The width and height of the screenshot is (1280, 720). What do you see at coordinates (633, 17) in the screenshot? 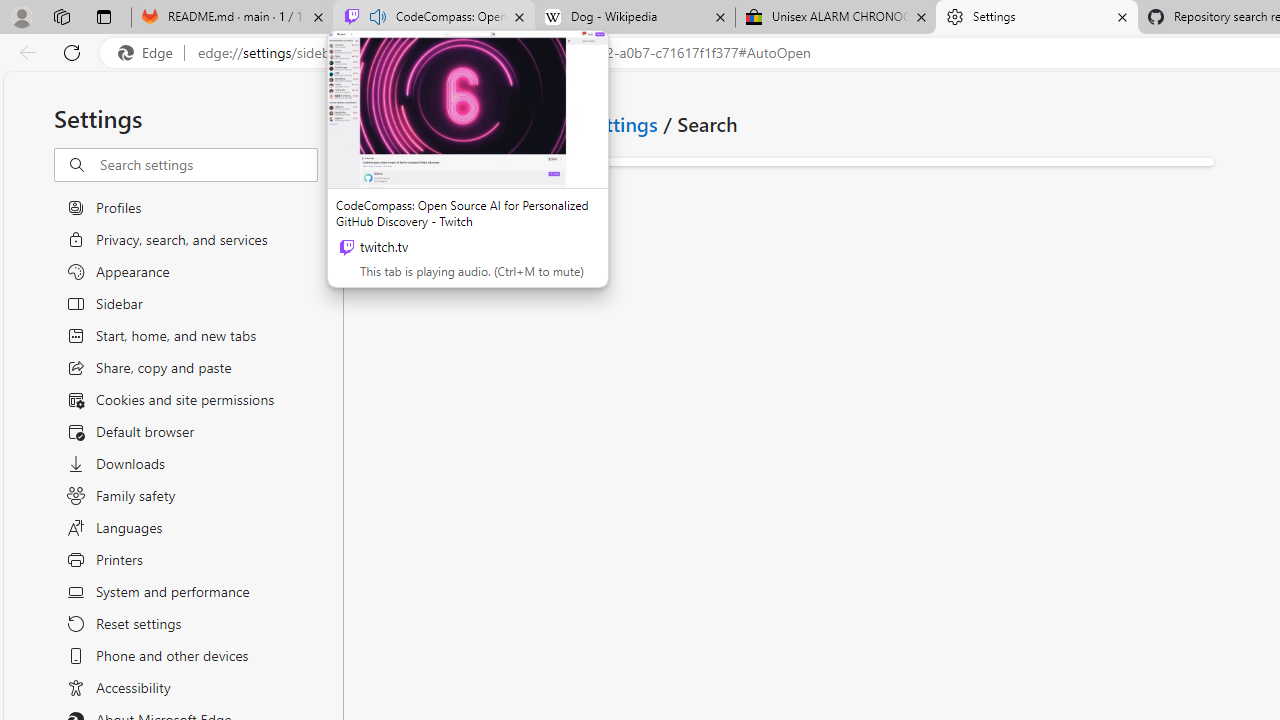
I see `'Dog - Wikipedia'` at bounding box center [633, 17].